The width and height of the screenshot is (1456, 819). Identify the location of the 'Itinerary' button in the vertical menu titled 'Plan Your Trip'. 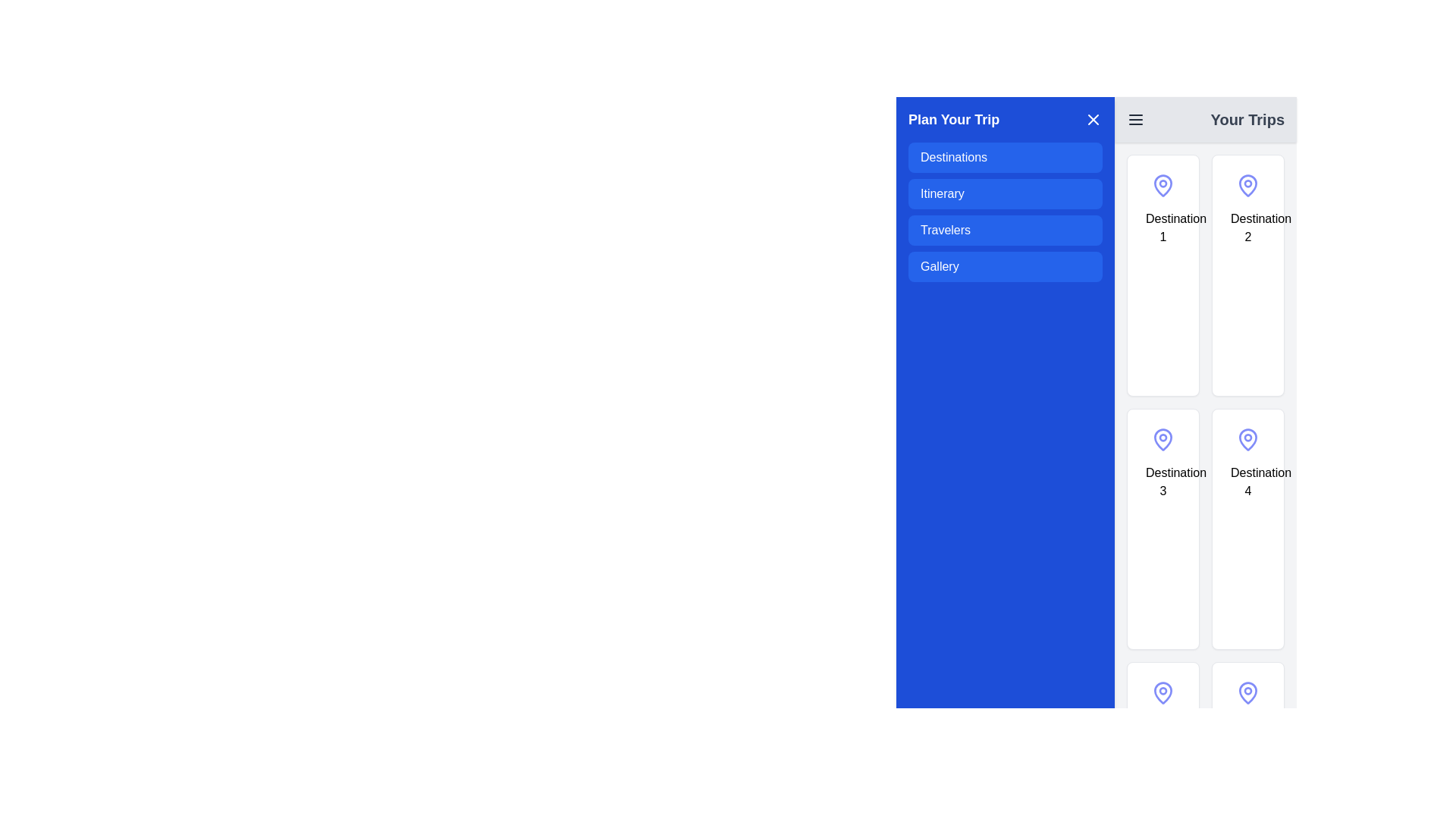
(1005, 193).